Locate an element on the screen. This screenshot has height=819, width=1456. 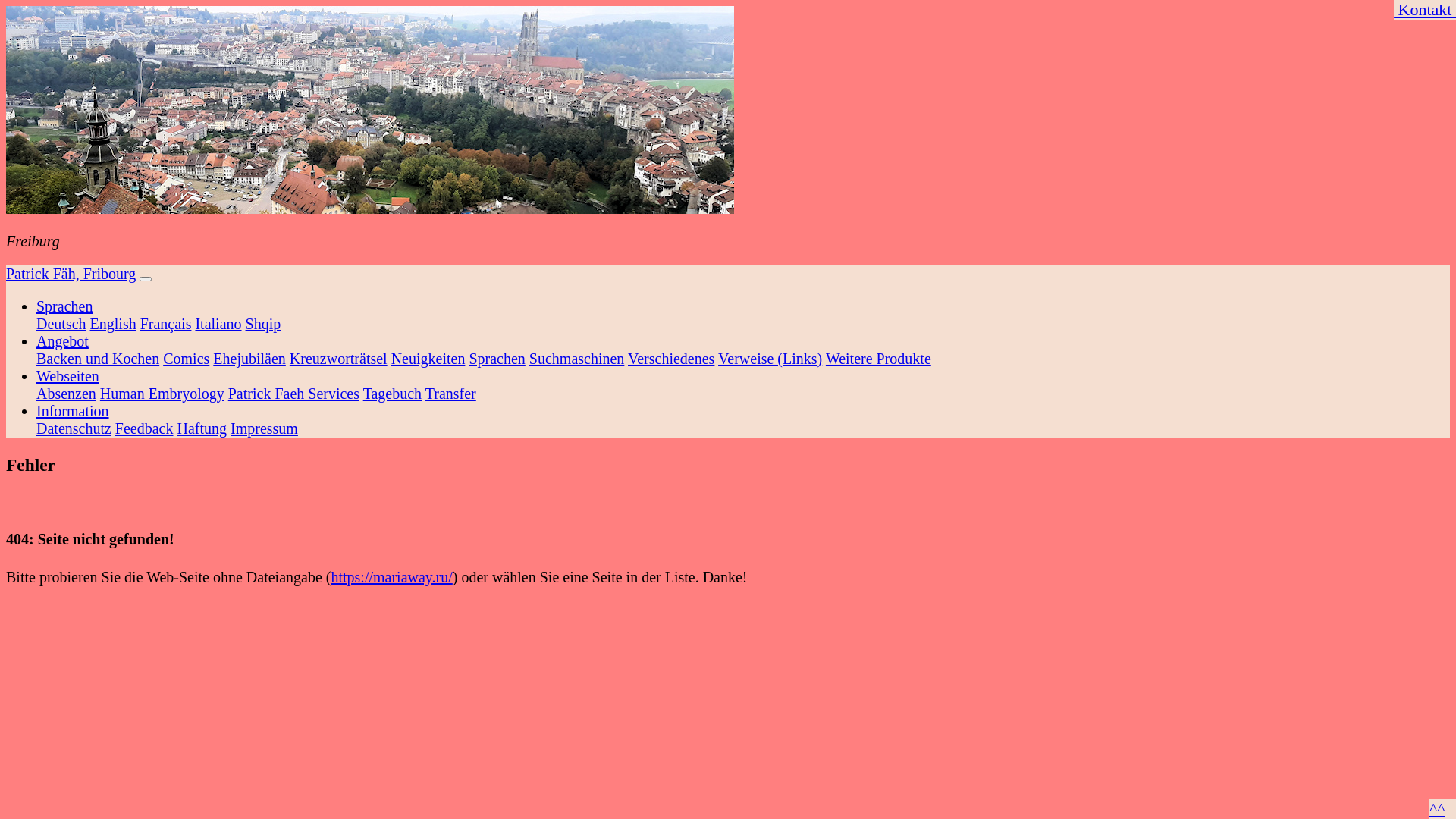
'Suchmaschinen' is located at coordinates (576, 359).